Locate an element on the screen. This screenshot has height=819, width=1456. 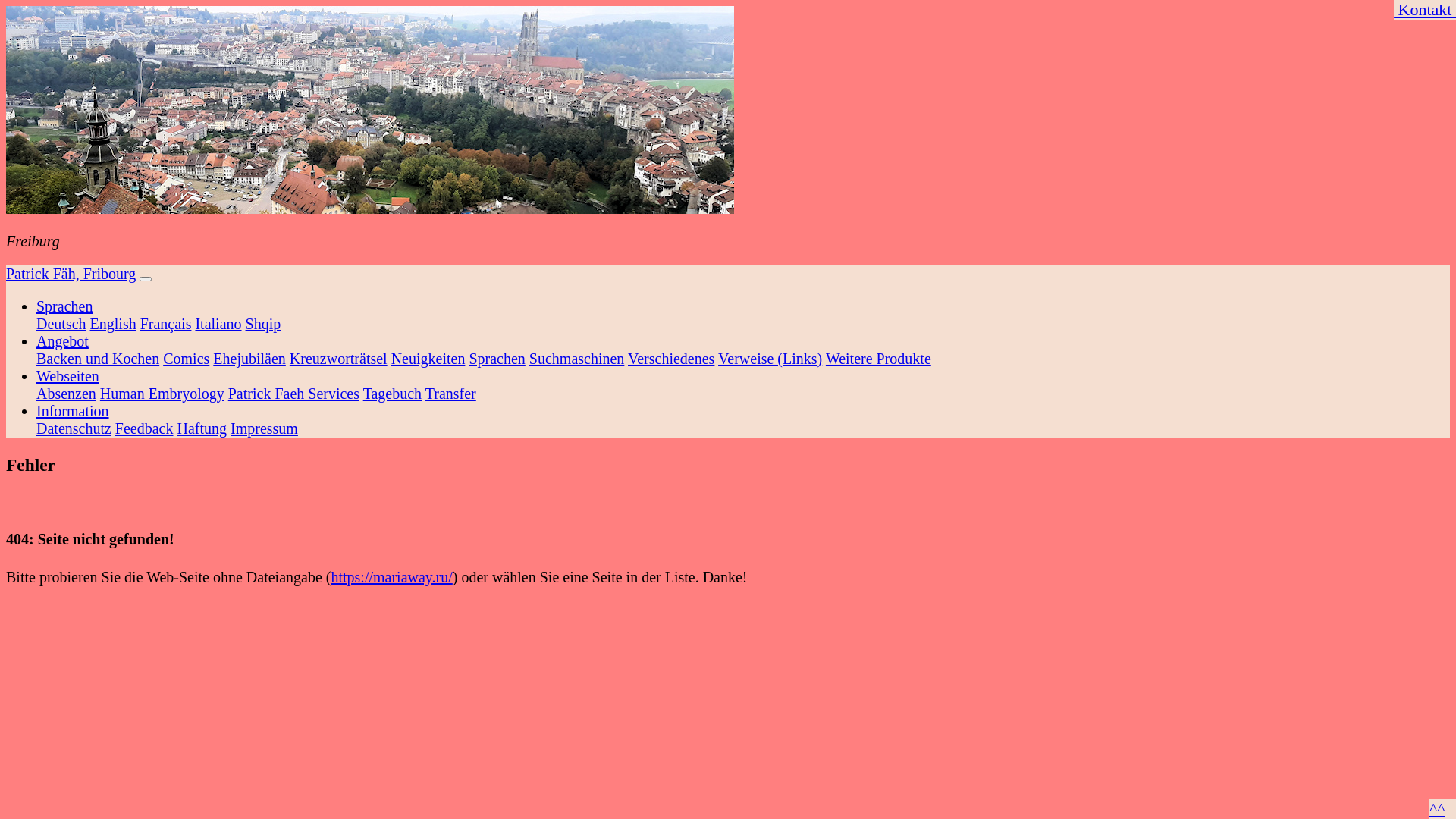
'Suchmaschinen' is located at coordinates (576, 359).